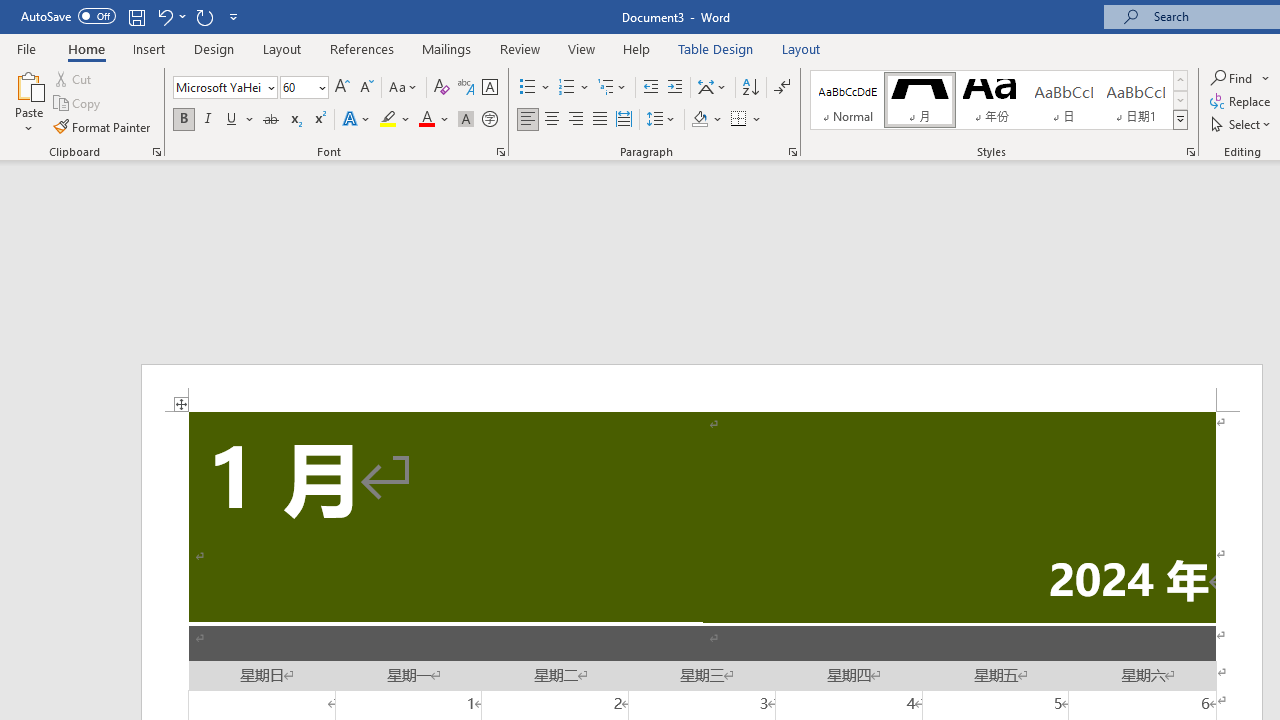 This screenshot has height=720, width=1280. Describe the element at coordinates (441, 86) in the screenshot. I see `'Clear Formatting'` at that location.